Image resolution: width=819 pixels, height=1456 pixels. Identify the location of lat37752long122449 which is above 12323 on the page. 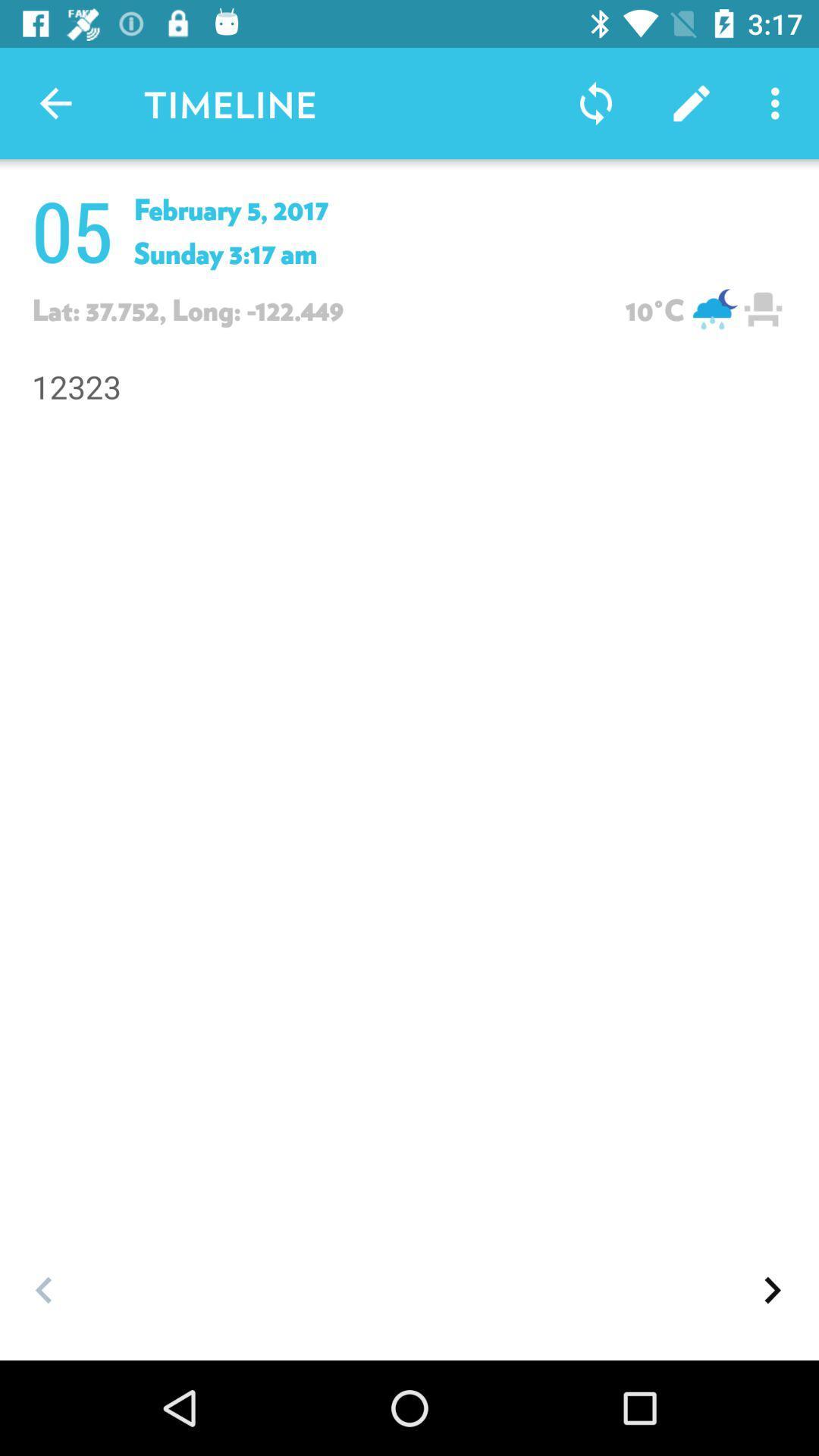
(315, 309).